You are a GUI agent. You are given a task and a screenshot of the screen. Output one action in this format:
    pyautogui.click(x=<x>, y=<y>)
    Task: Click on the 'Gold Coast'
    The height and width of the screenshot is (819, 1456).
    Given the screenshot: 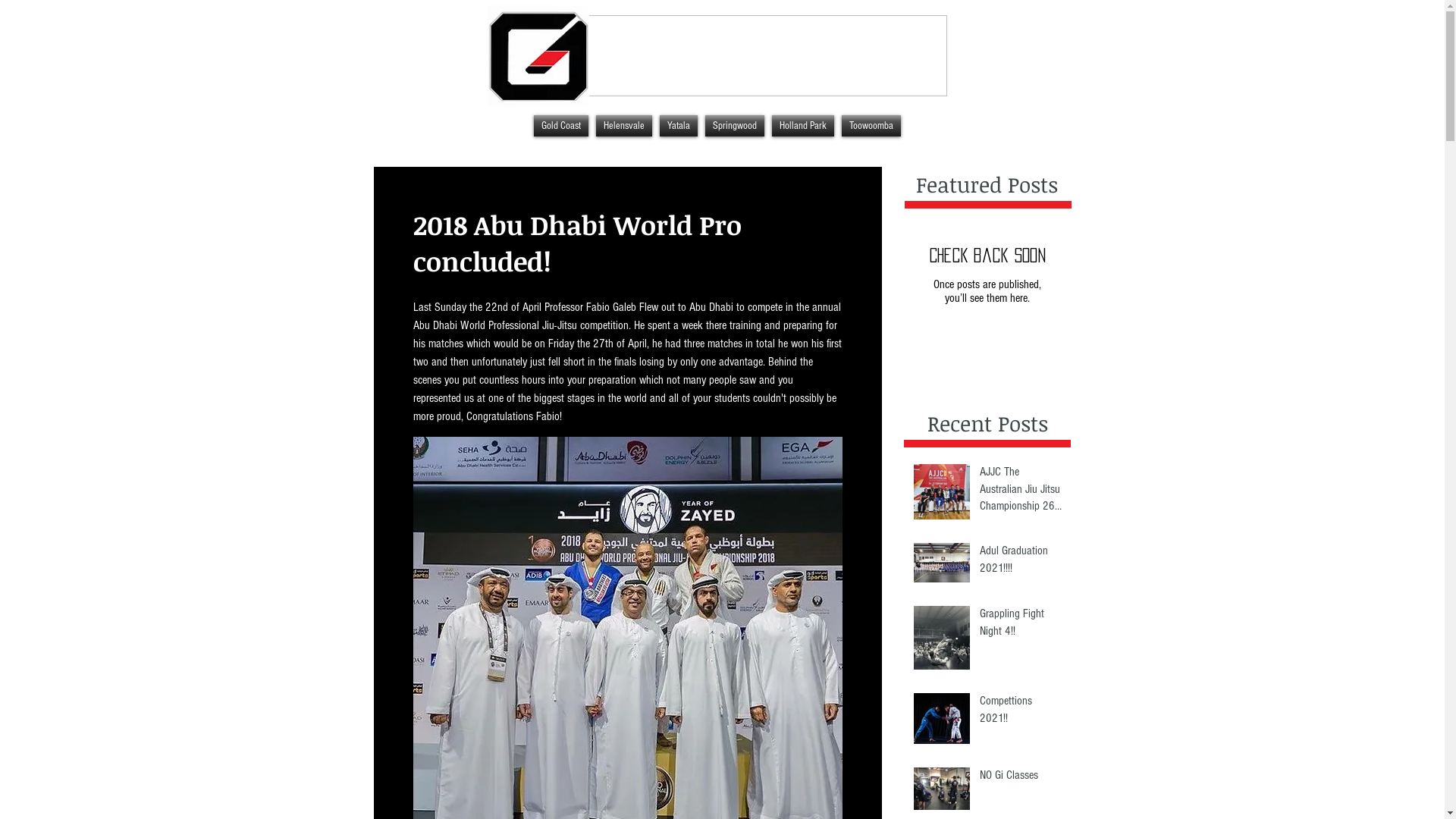 What is the action you would take?
    pyautogui.click(x=560, y=124)
    